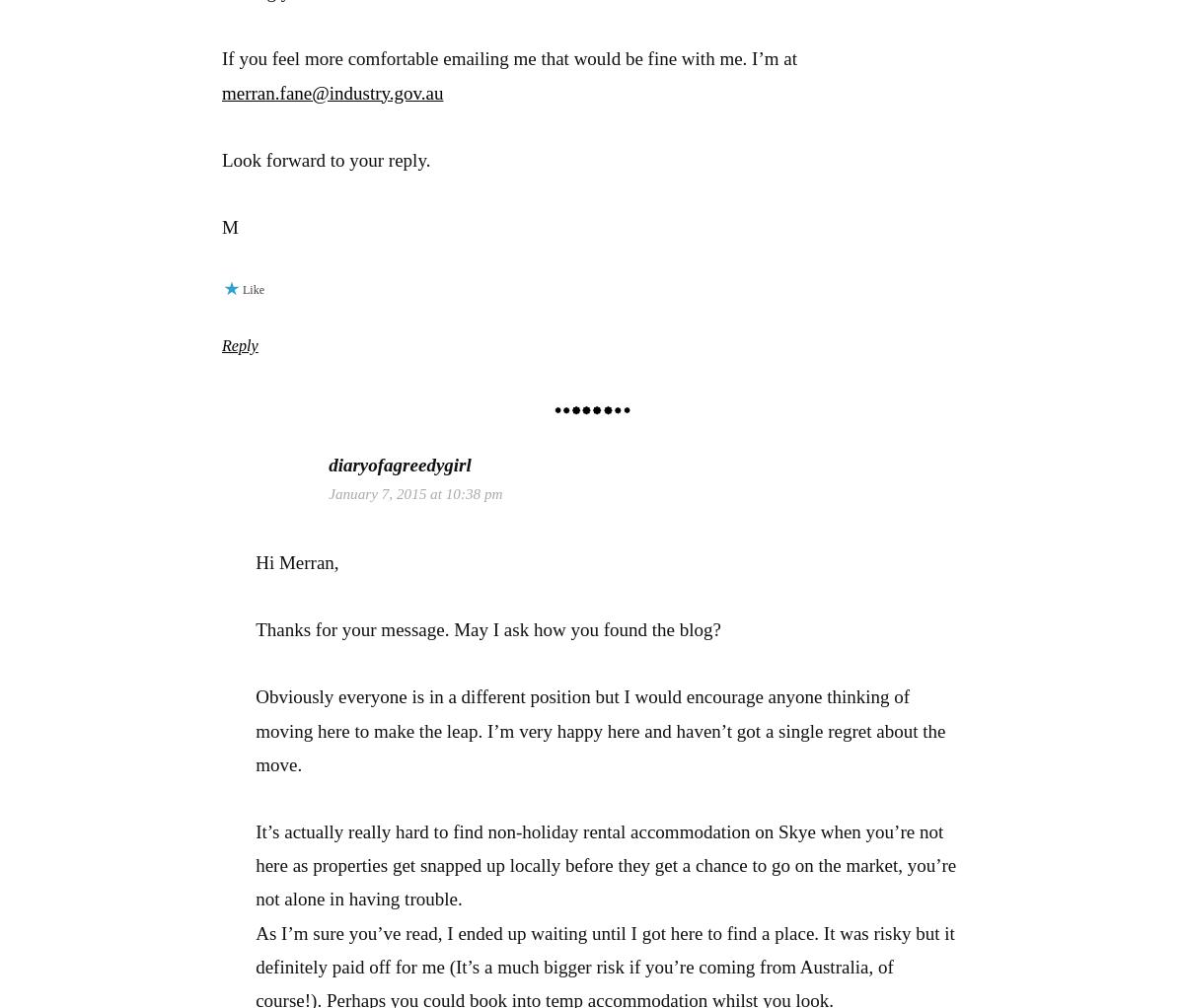  What do you see at coordinates (414, 492) in the screenshot?
I see `'January 7, 2015 at 10:38 pm'` at bounding box center [414, 492].